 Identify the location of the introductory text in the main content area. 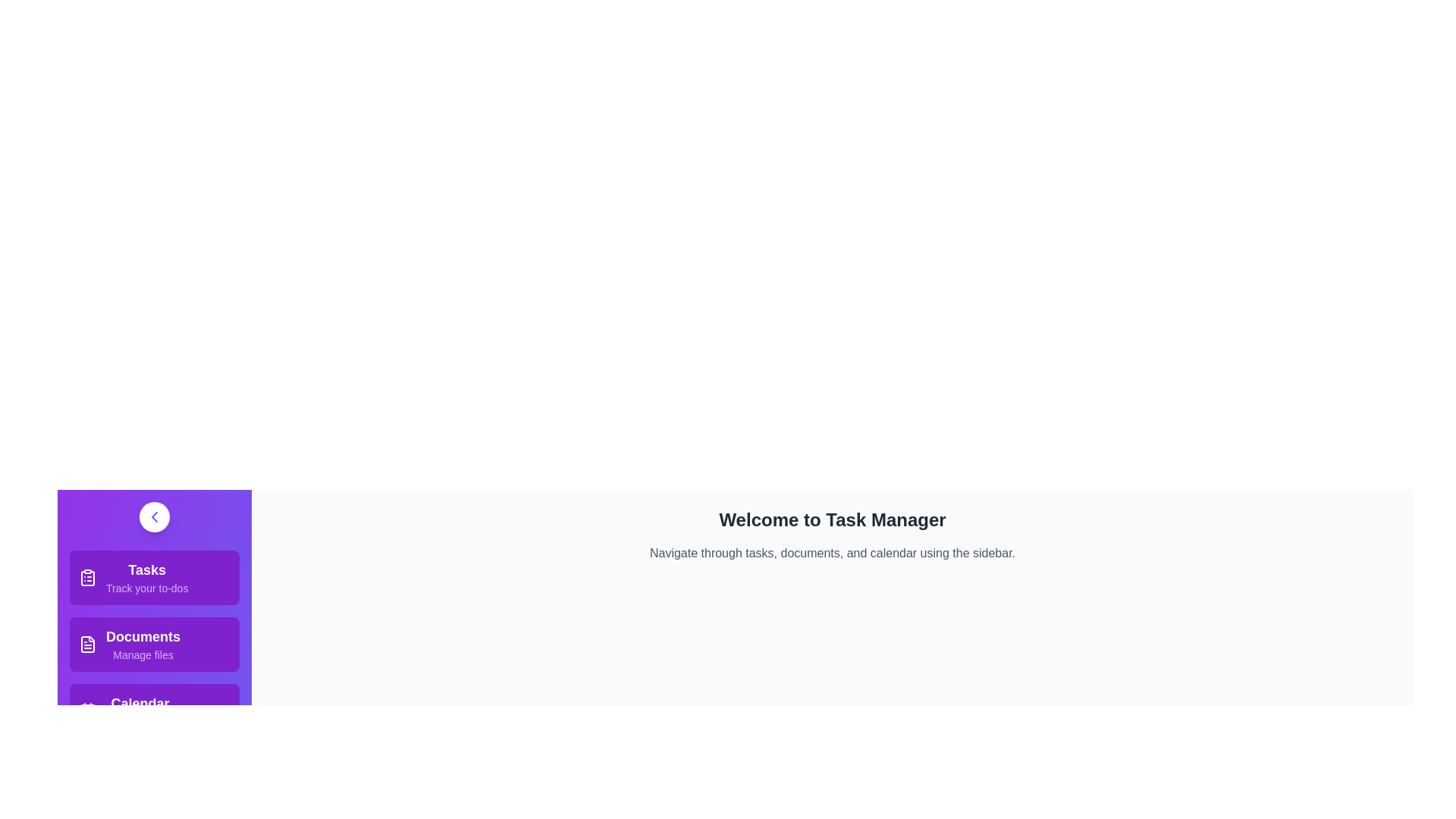
(832, 553).